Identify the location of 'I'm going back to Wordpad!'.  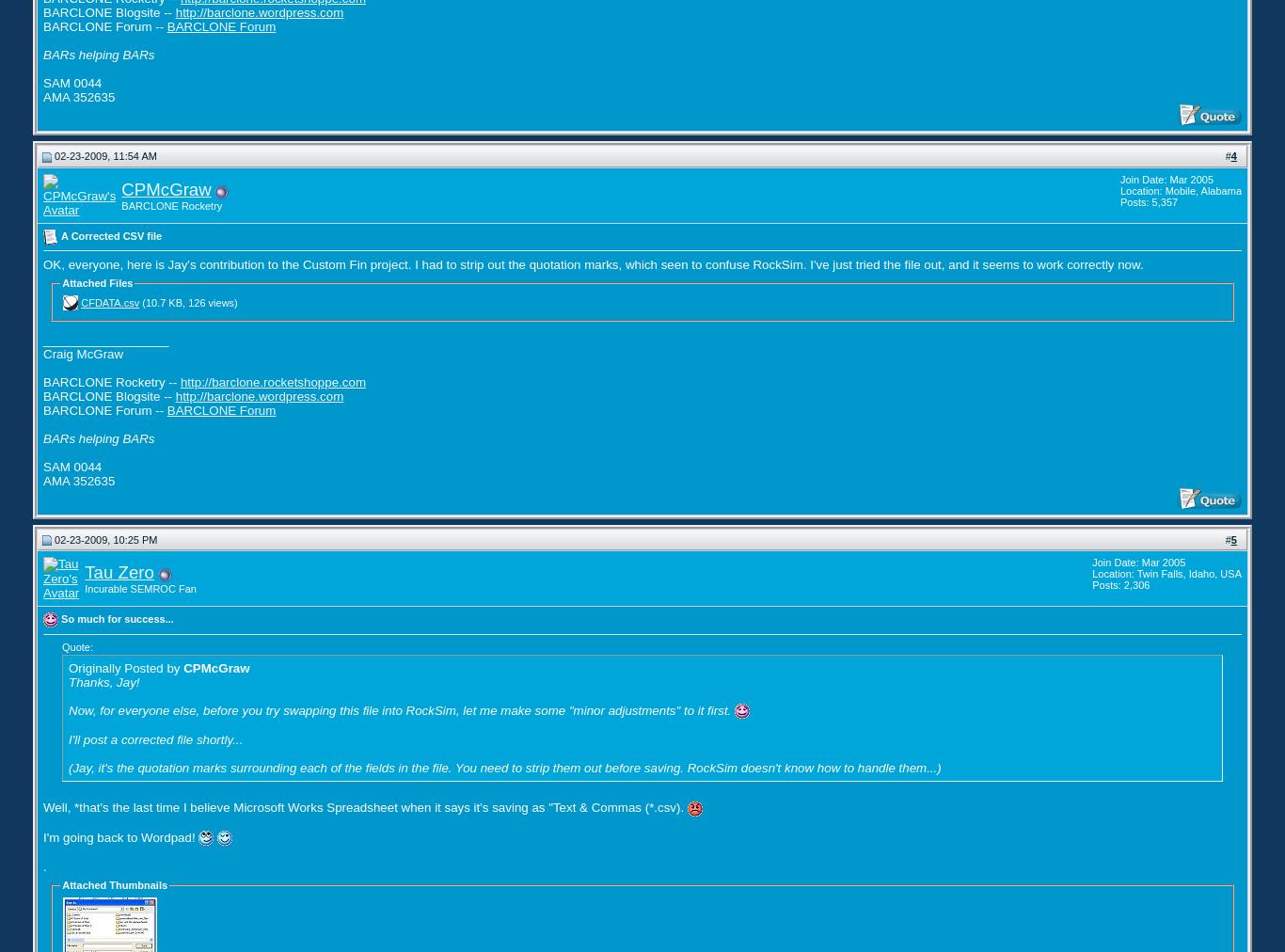
(43, 836).